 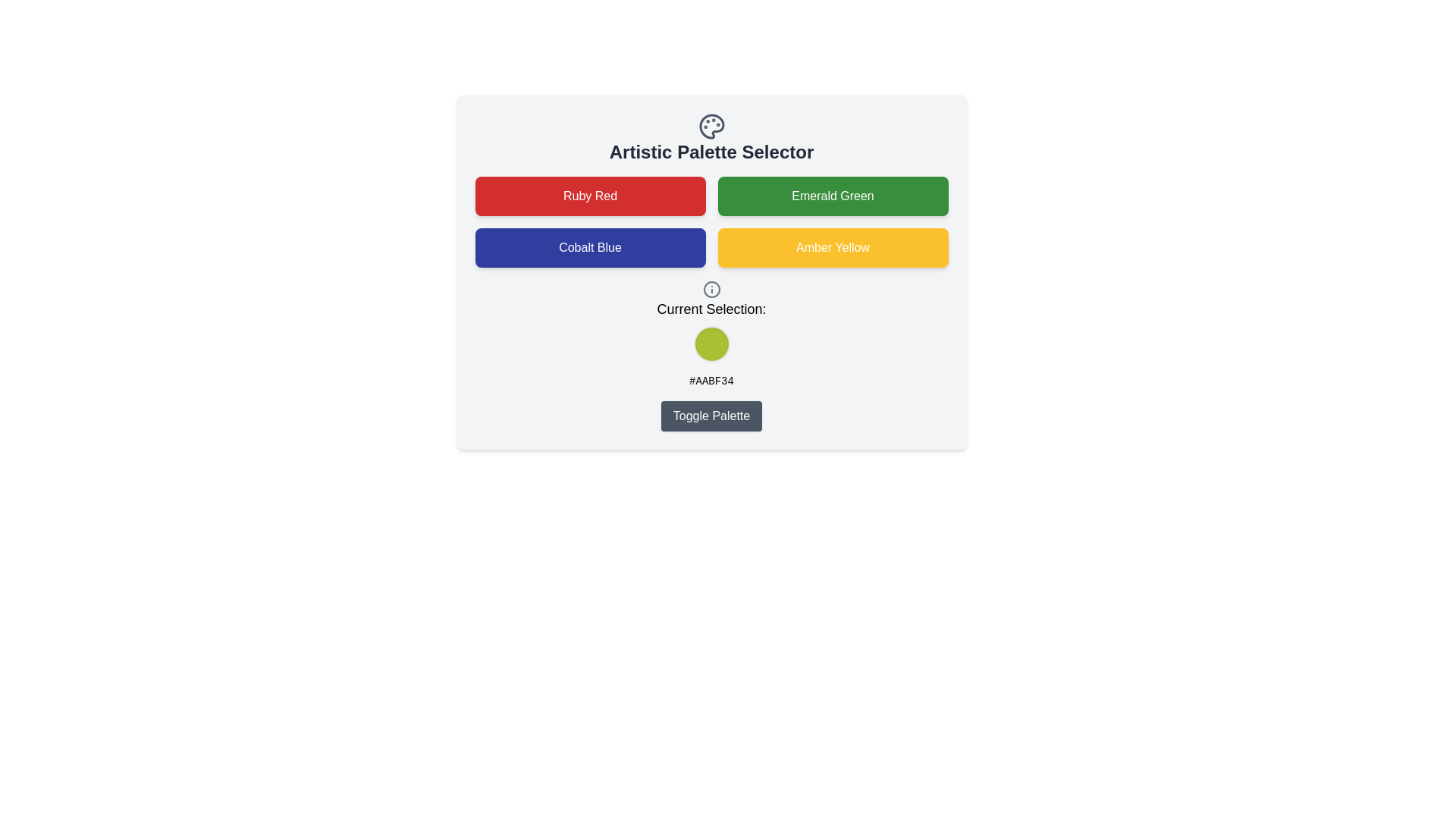 What do you see at coordinates (711, 289) in the screenshot?
I see `the small circular info icon with a gray border, located above the text 'Current Selection:' and below the header 'Artistic Palette Selector'` at bounding box center [711, 289].